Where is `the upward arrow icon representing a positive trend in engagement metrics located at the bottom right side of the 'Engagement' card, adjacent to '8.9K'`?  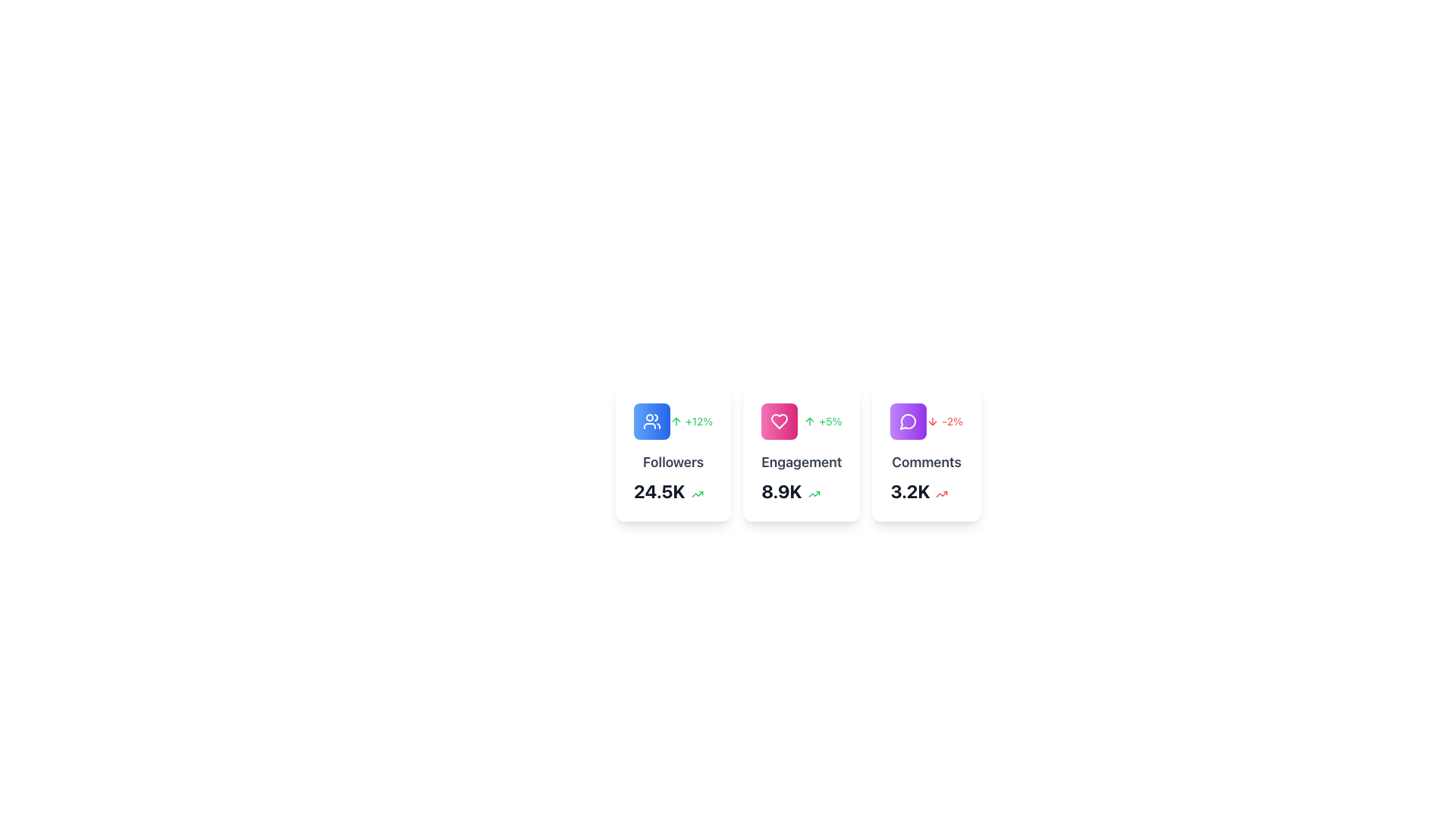 the upward arrow icon representing a positive trend in engagement metrics located at the bottom right side of the 'Engagement' card, adjacent to '8.9K' is located at coordinates (813, 494).